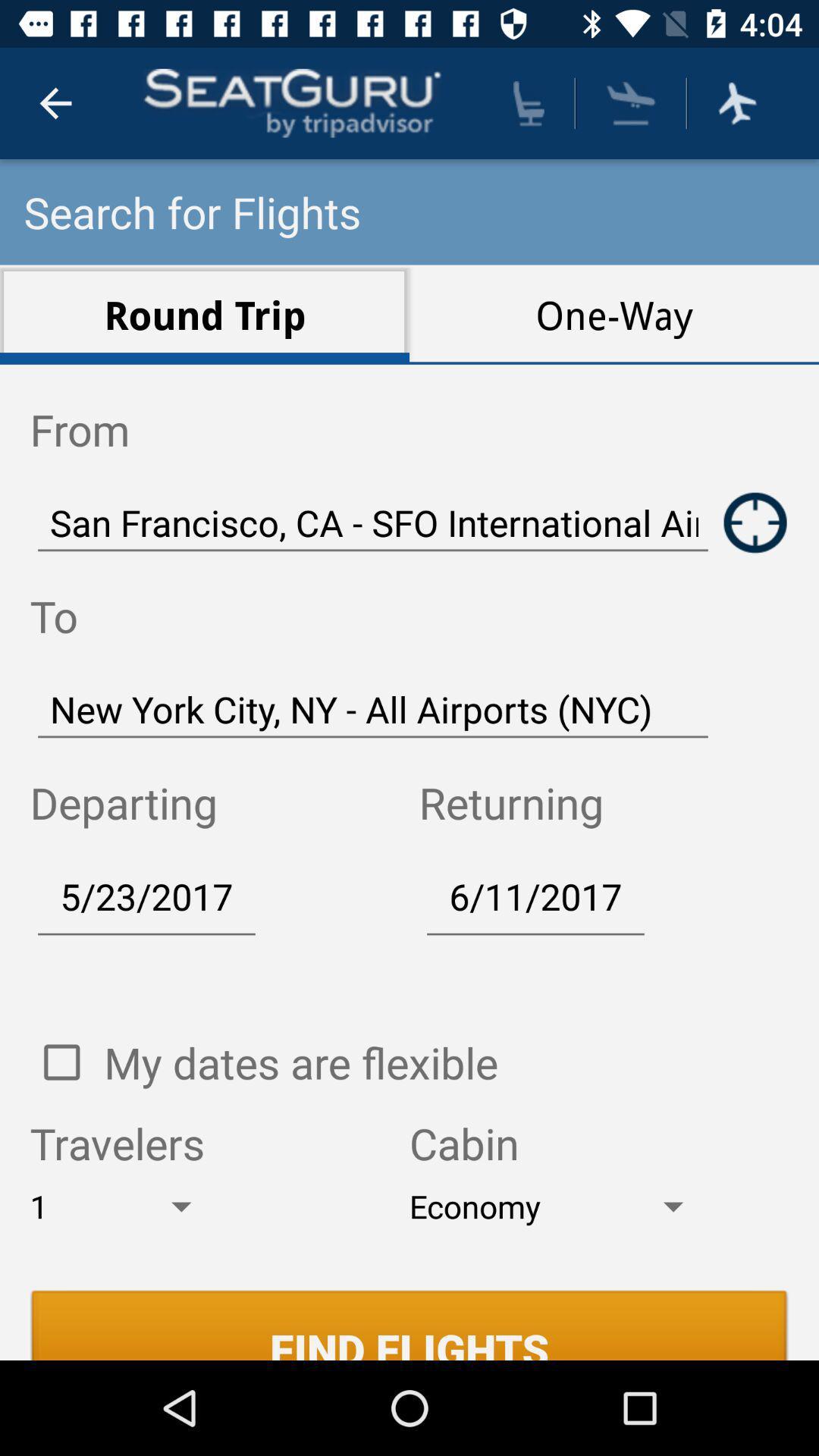 The image size is (819, 1456). Describe the element at coordinates (409, 1324) in the screenshot. I see `the item below the 1 icon` at that location.